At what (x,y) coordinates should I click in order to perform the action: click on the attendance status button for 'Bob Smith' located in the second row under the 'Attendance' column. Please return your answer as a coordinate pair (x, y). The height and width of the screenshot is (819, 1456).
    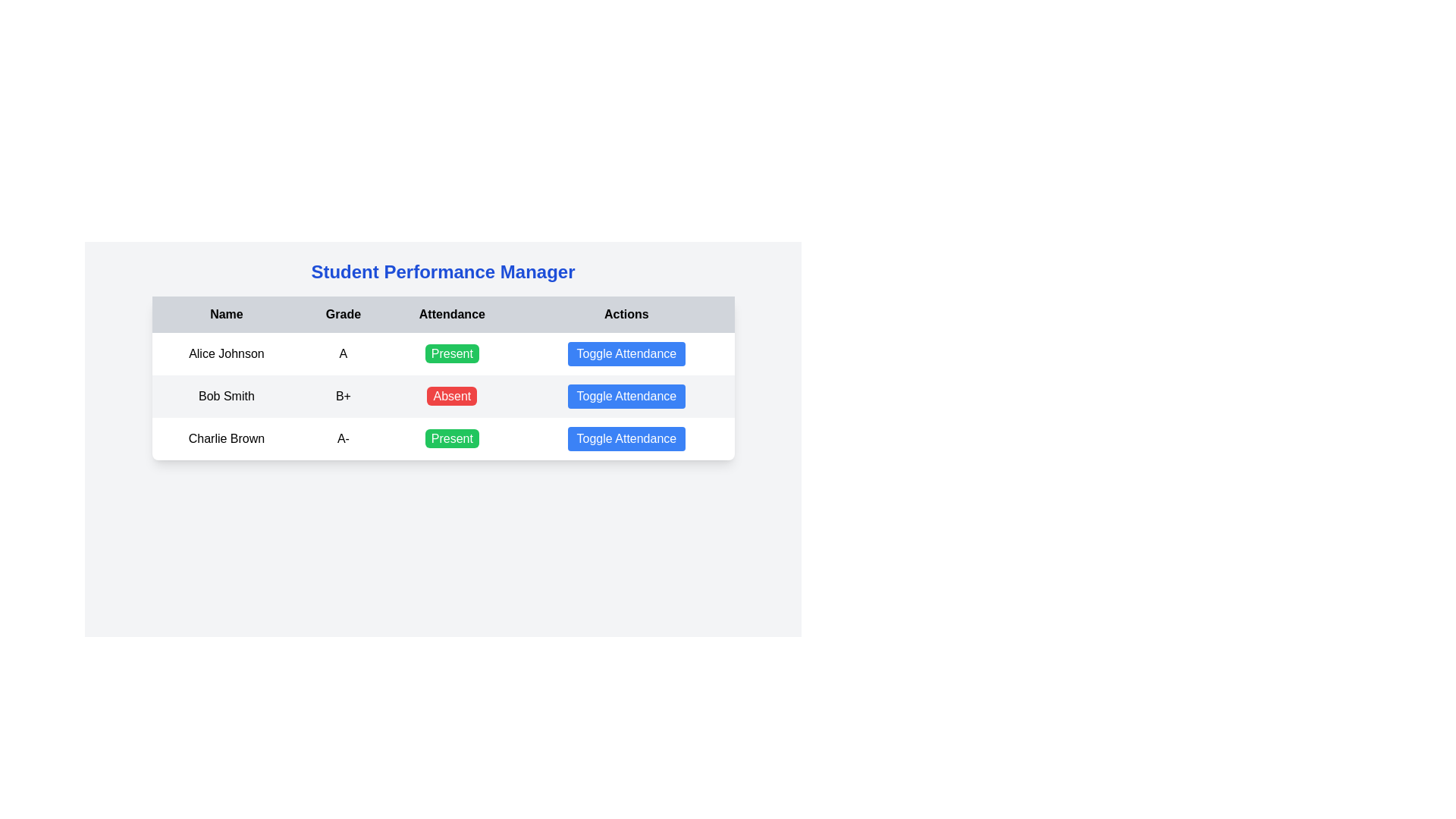
    Looking at the image, I should click on (451, 396).